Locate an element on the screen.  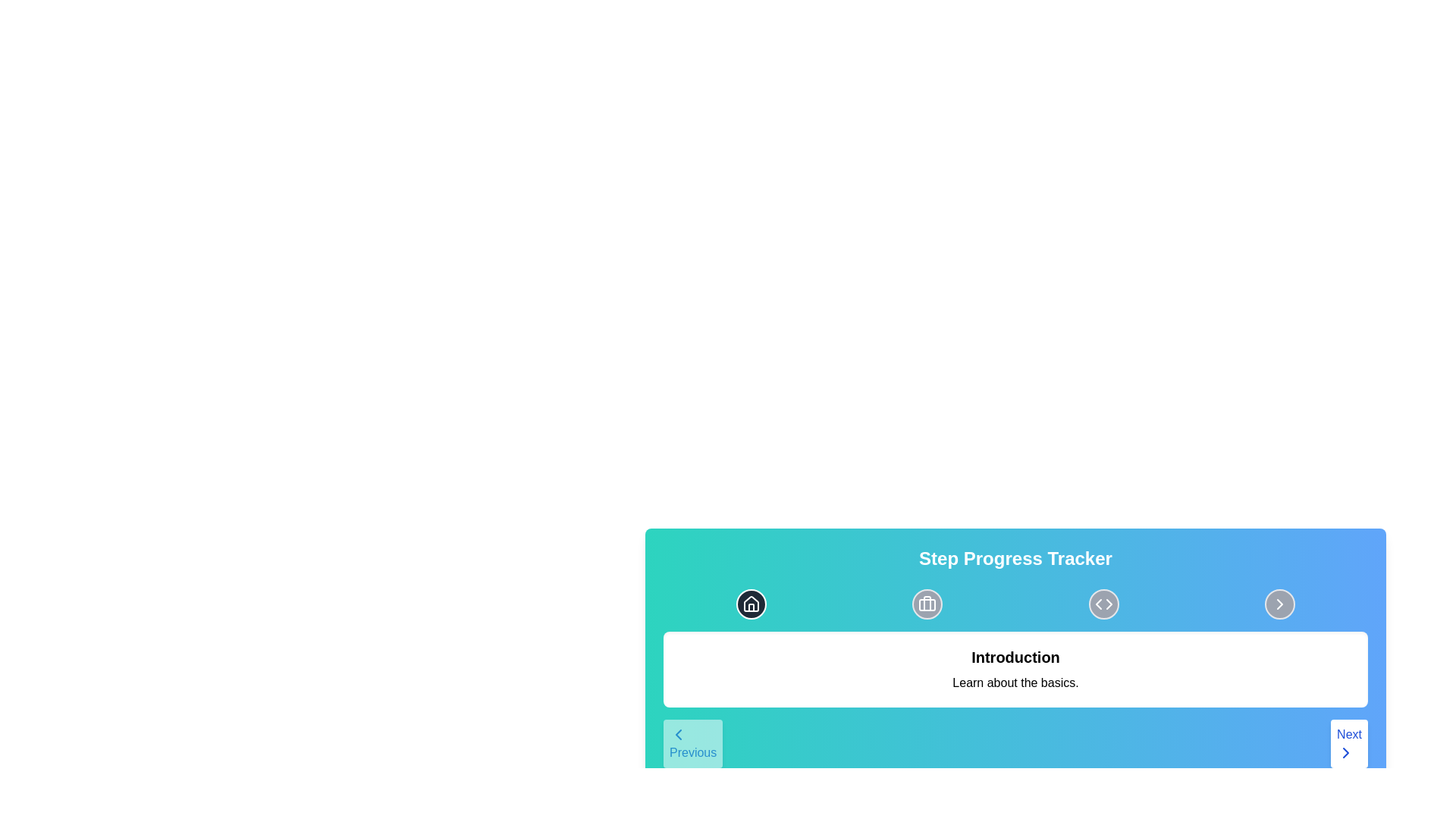
the rectangular button with rounded corners labeled 'Next' is located at coordinates (1349, 742).